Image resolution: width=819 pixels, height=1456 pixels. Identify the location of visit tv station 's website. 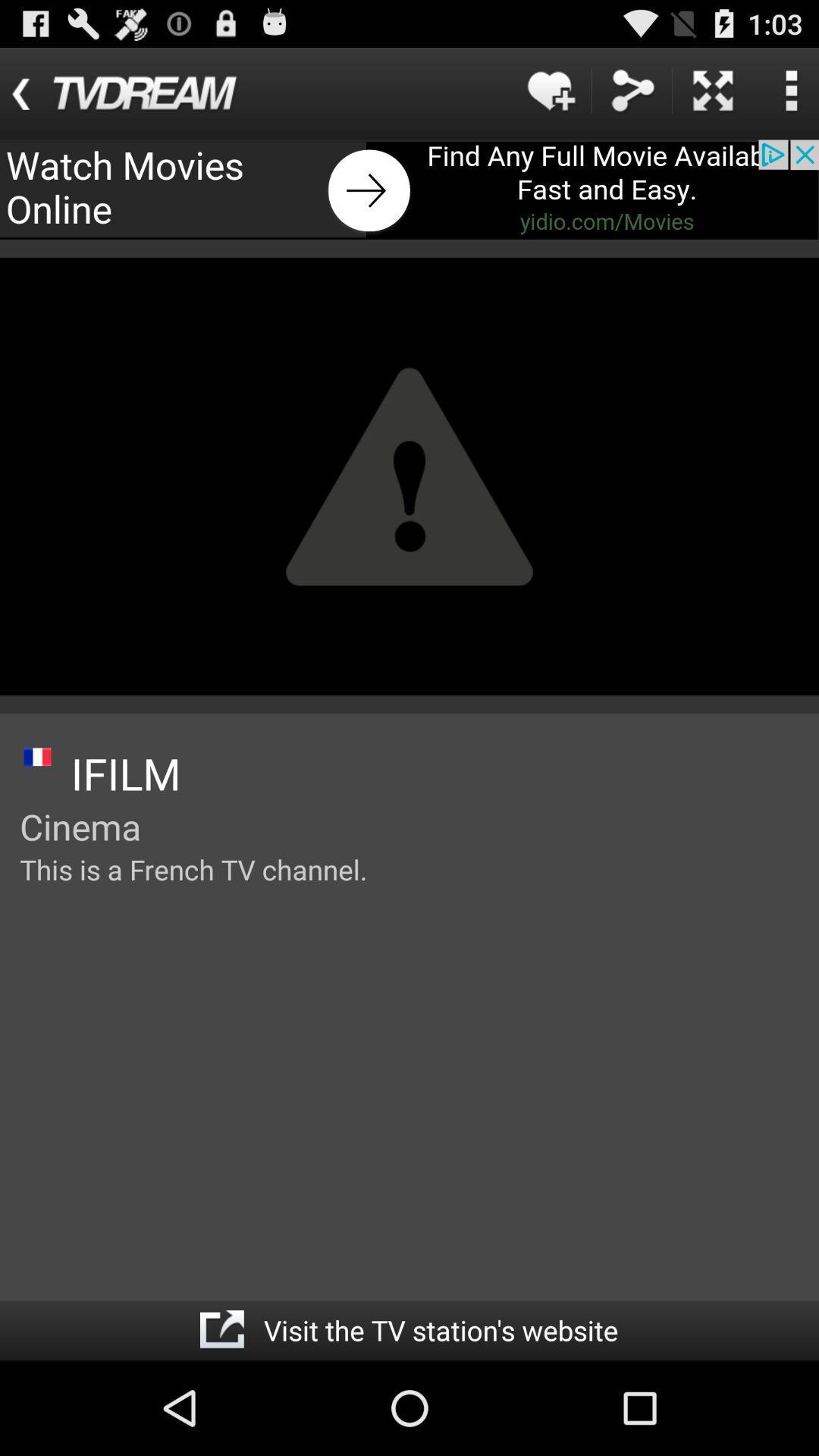
(221, 1329).